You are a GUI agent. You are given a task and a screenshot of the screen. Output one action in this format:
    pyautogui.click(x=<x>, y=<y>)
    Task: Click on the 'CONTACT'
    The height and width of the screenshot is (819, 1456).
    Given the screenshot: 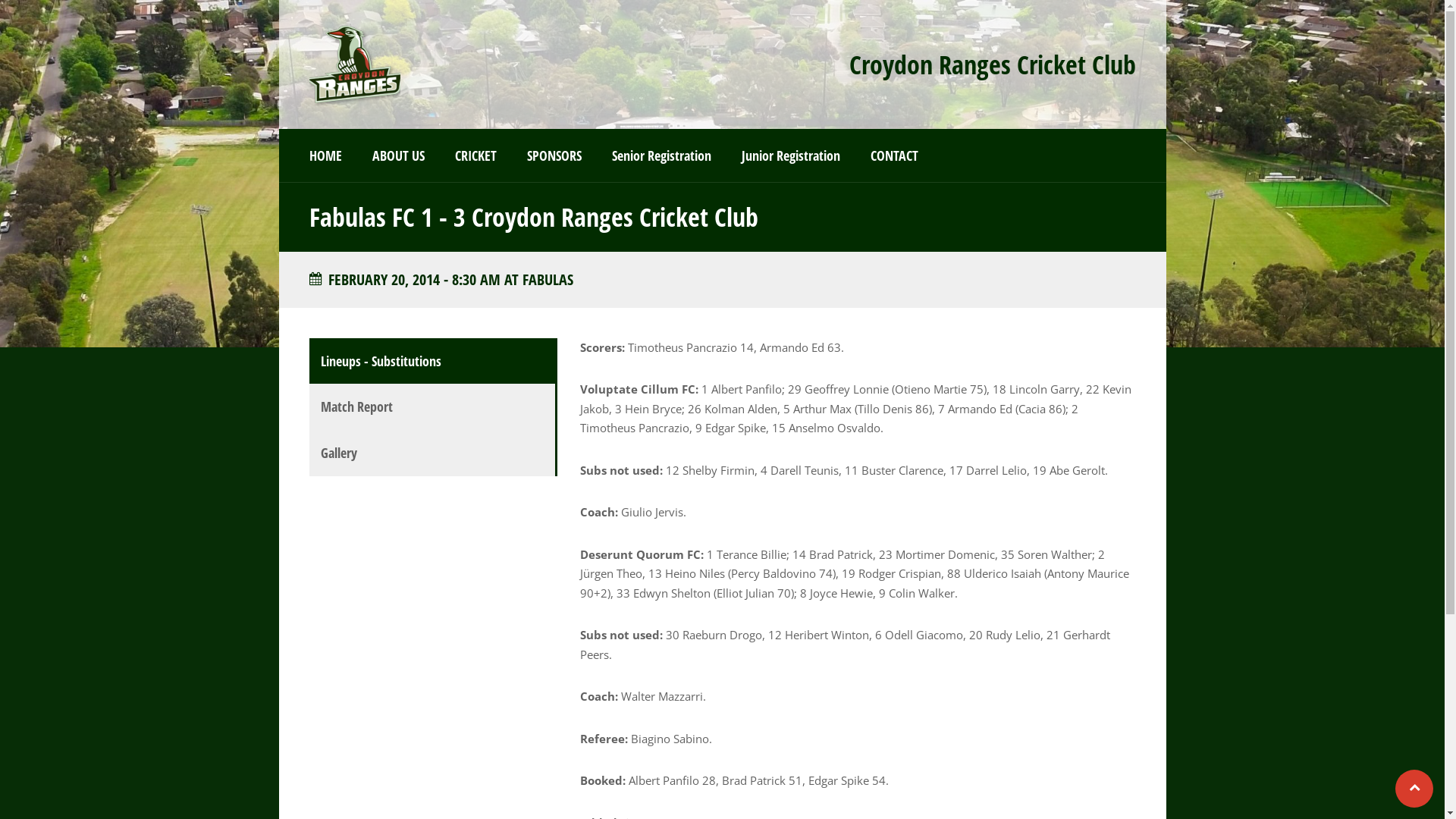 What is the action you would take?
    pyautogui.click(x=894, y=155)
    